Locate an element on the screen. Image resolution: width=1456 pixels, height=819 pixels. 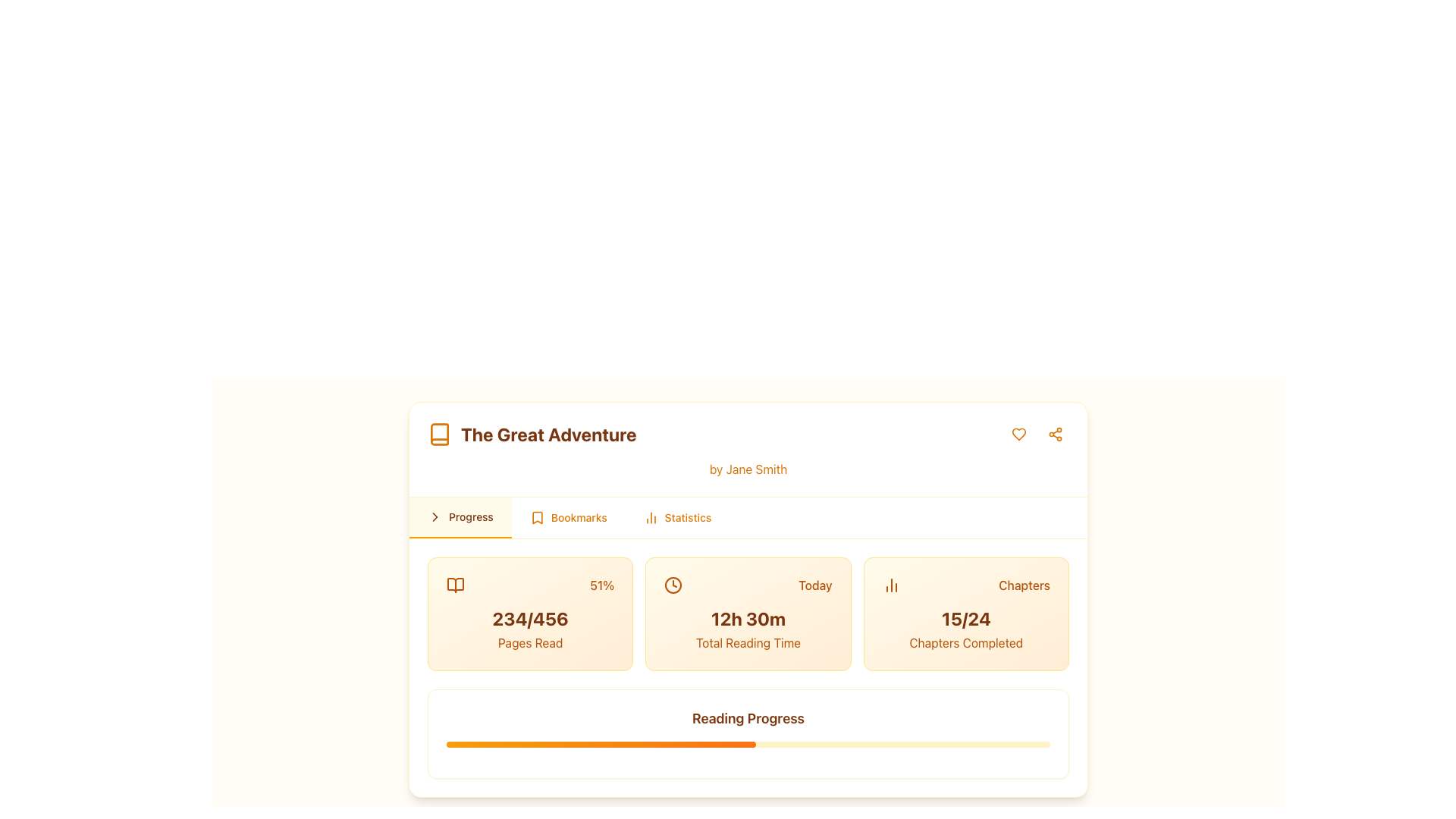
the heart-shaped icon with a hollow center, located at the top-right corner of the main content card is located at coordinates (1019, 435).